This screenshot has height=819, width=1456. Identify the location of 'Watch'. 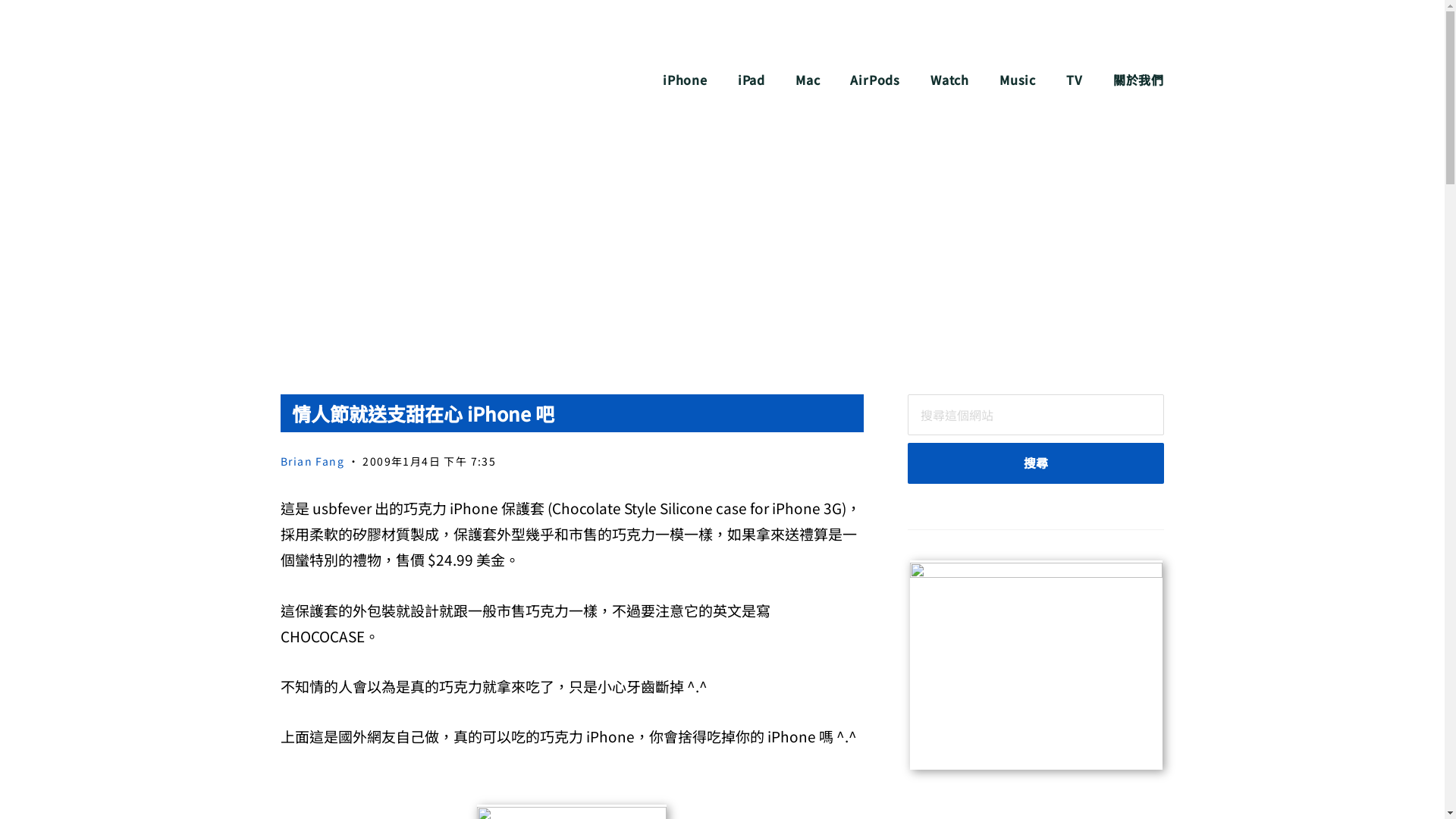
(949, 80).